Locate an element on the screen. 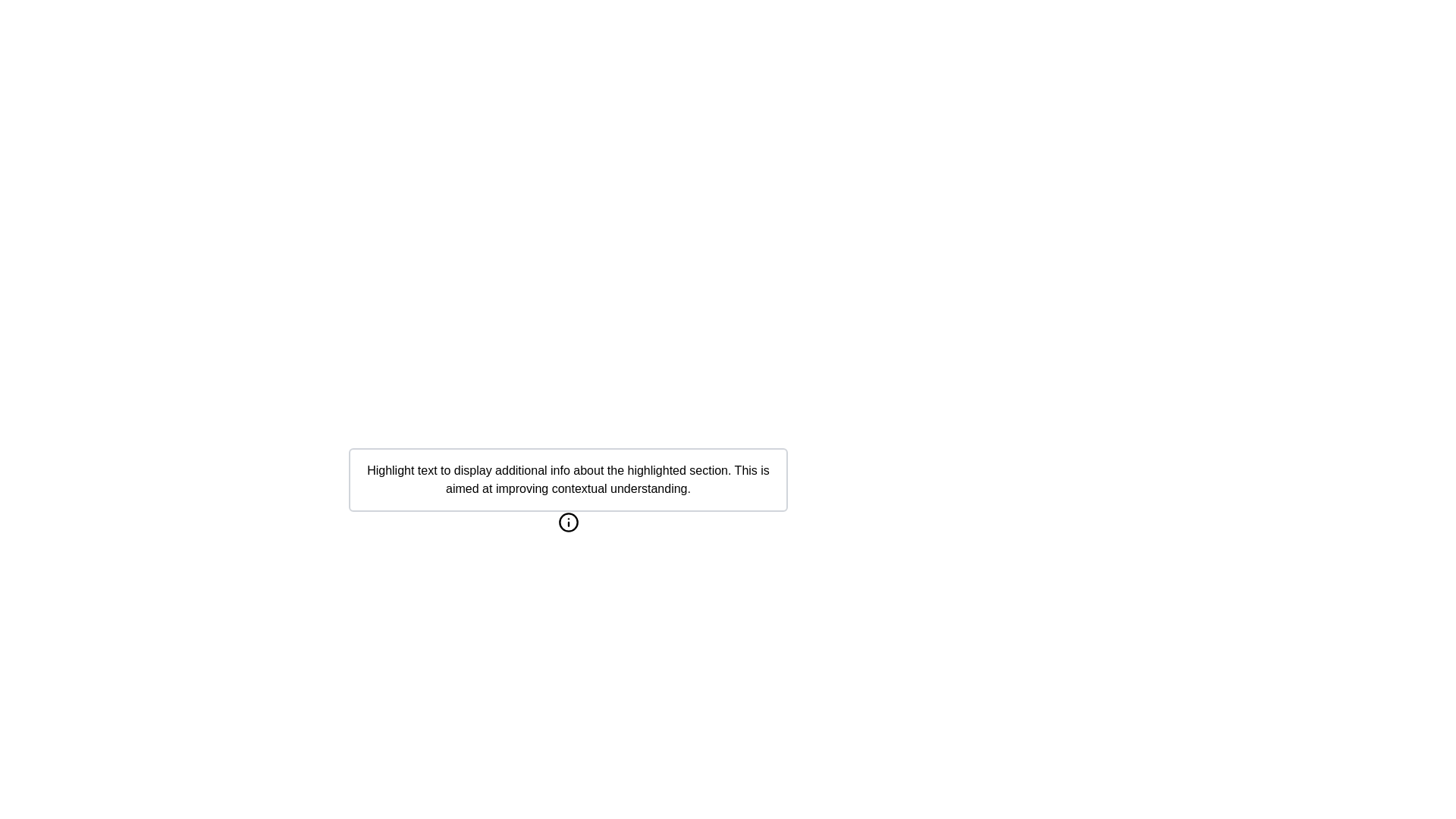 This screenshot has width=1456, height=819. text from the Text Block which contains information about highlighting text for additional understanding, located above the circular icon for additional information is located at coordinates (567, 479).